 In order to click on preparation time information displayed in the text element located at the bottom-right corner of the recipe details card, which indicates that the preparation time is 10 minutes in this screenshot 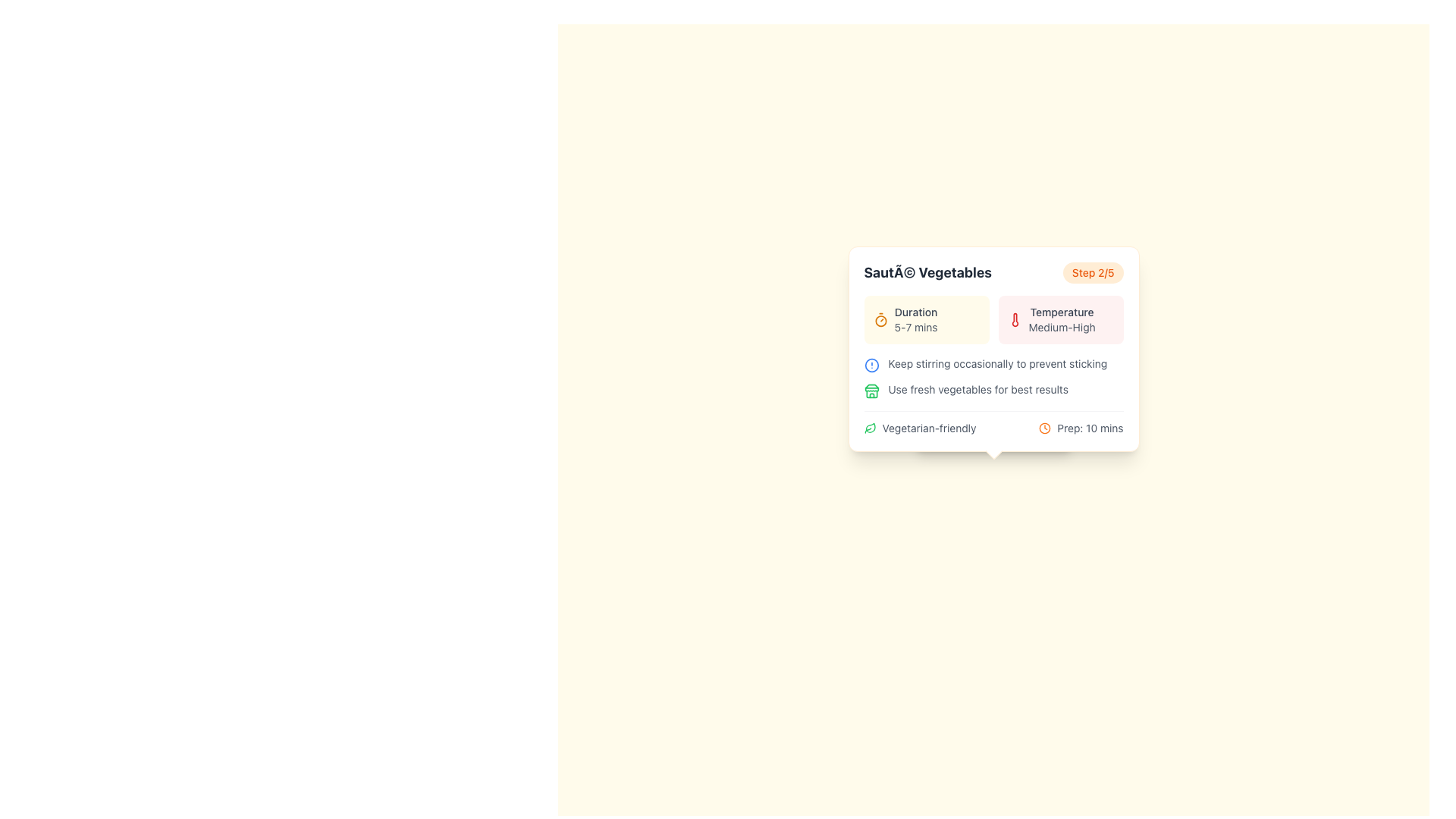, I will do `click(1080, 428)`.